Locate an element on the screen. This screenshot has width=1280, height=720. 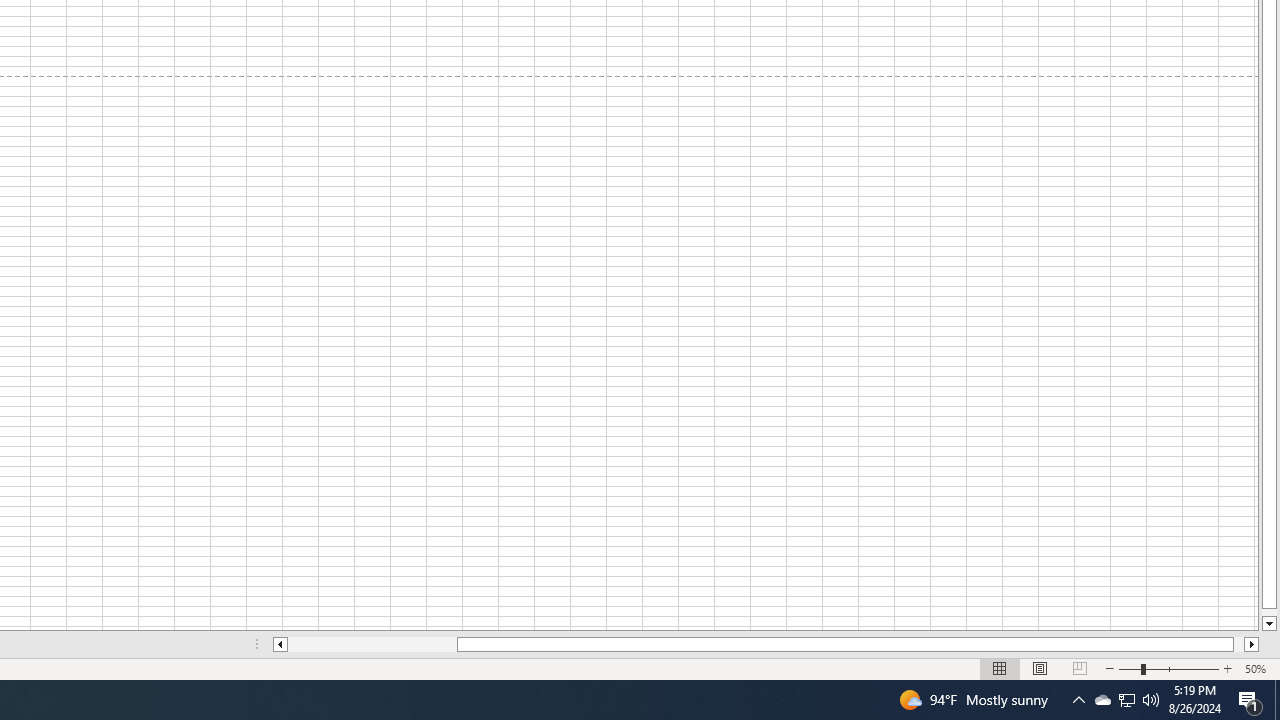
'Column right' is located at coordinates (1251, 644).